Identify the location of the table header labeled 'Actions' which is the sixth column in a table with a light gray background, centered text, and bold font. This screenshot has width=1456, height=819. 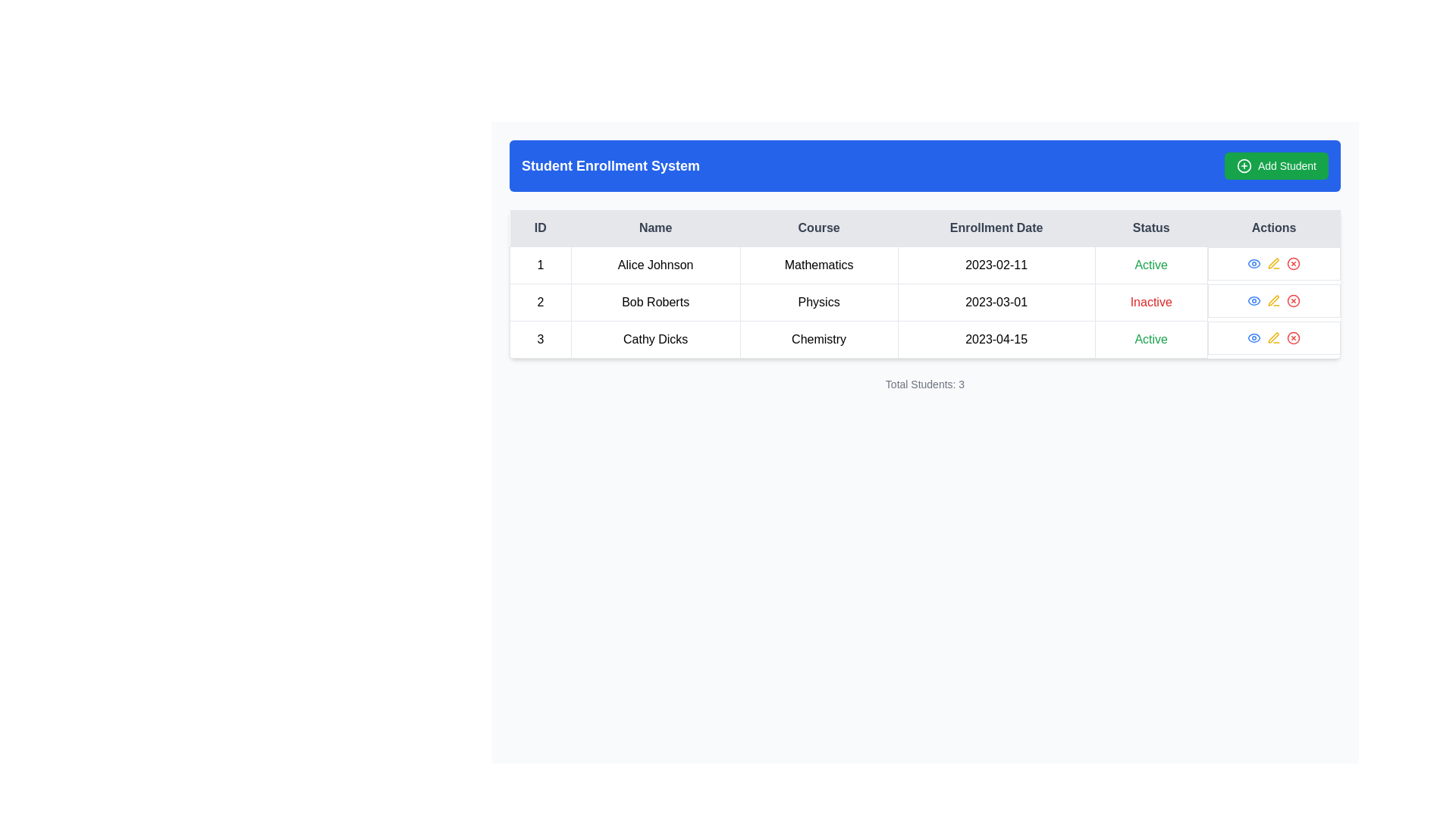
(1274, 228).